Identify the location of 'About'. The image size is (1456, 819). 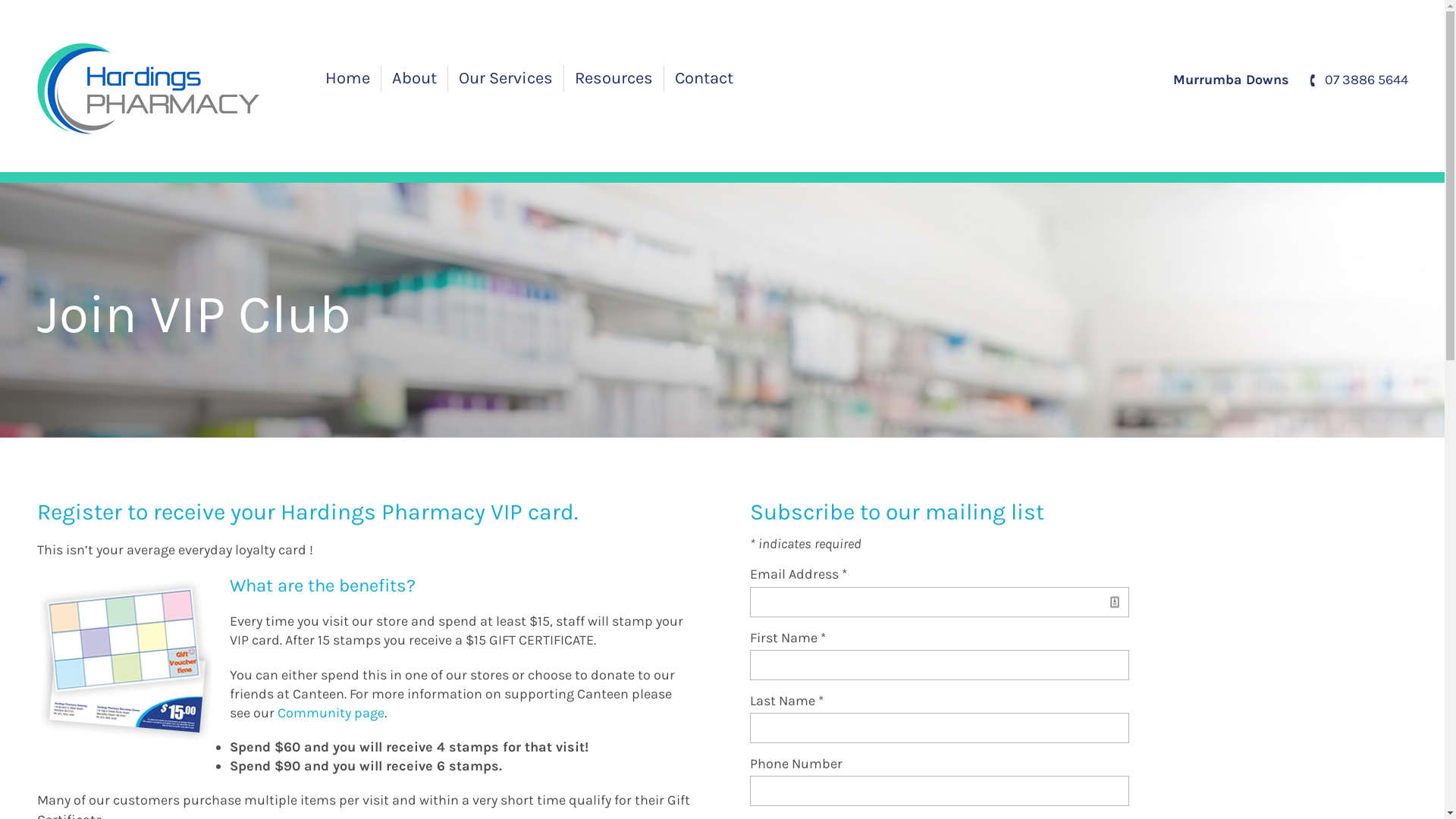
(381, 78).